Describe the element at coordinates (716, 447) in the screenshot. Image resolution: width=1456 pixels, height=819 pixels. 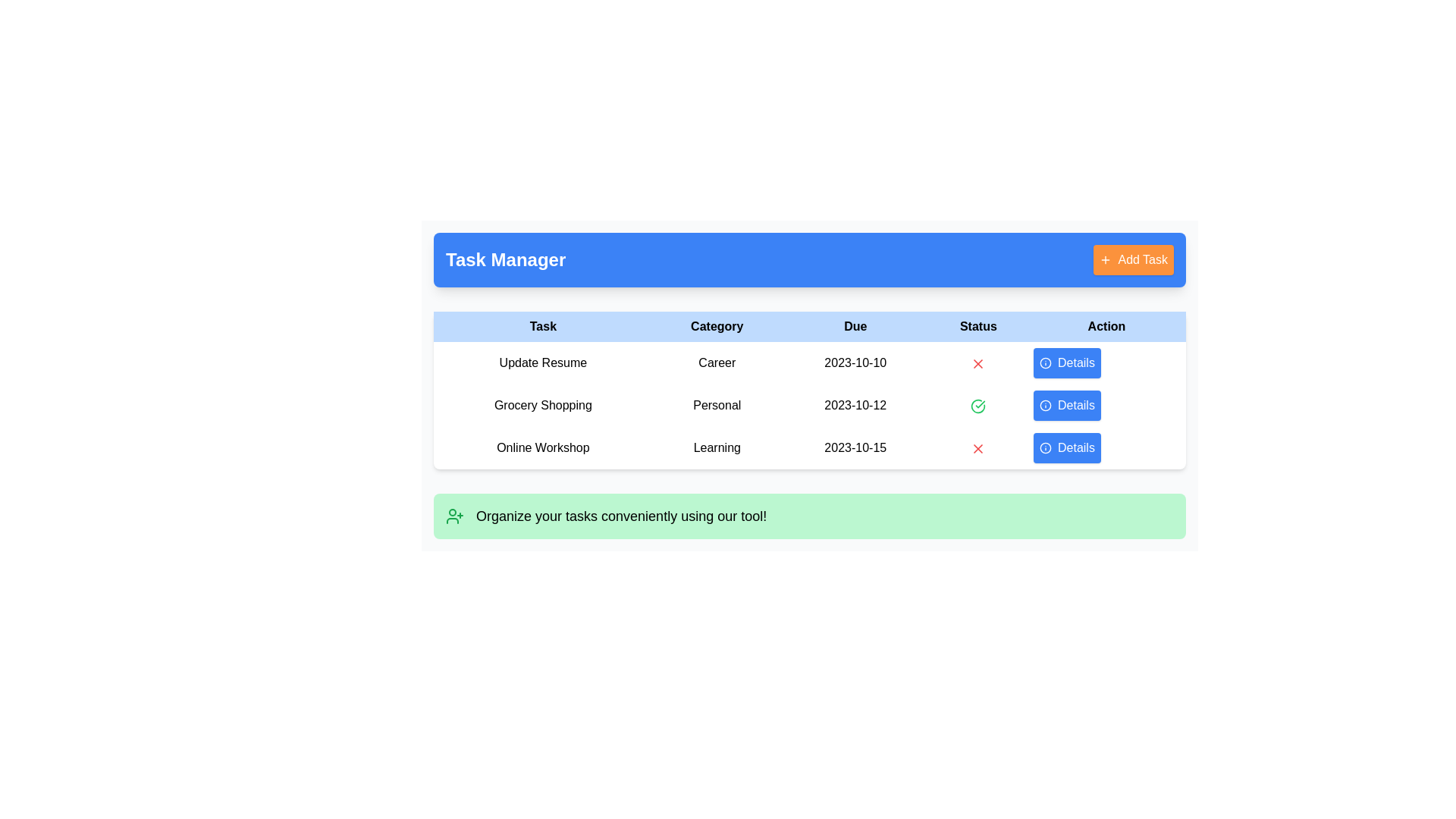
I see `the Text Label indicating the category associated with the 'Online Workshop' task, which is positioned in the middle column of the table row` at that location.